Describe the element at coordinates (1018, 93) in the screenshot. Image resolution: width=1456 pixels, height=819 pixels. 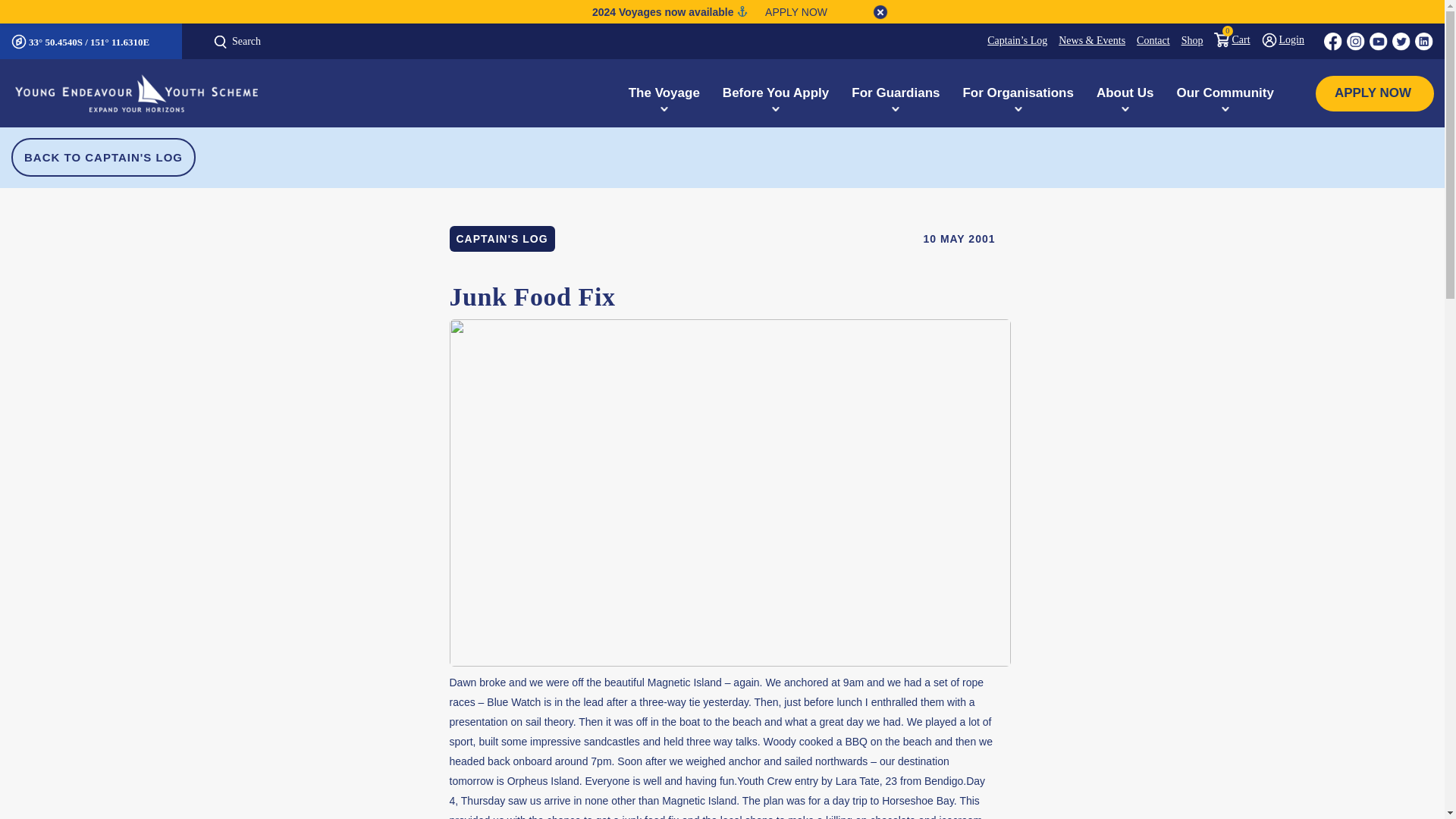
I see `'For Organisations'` at that location.